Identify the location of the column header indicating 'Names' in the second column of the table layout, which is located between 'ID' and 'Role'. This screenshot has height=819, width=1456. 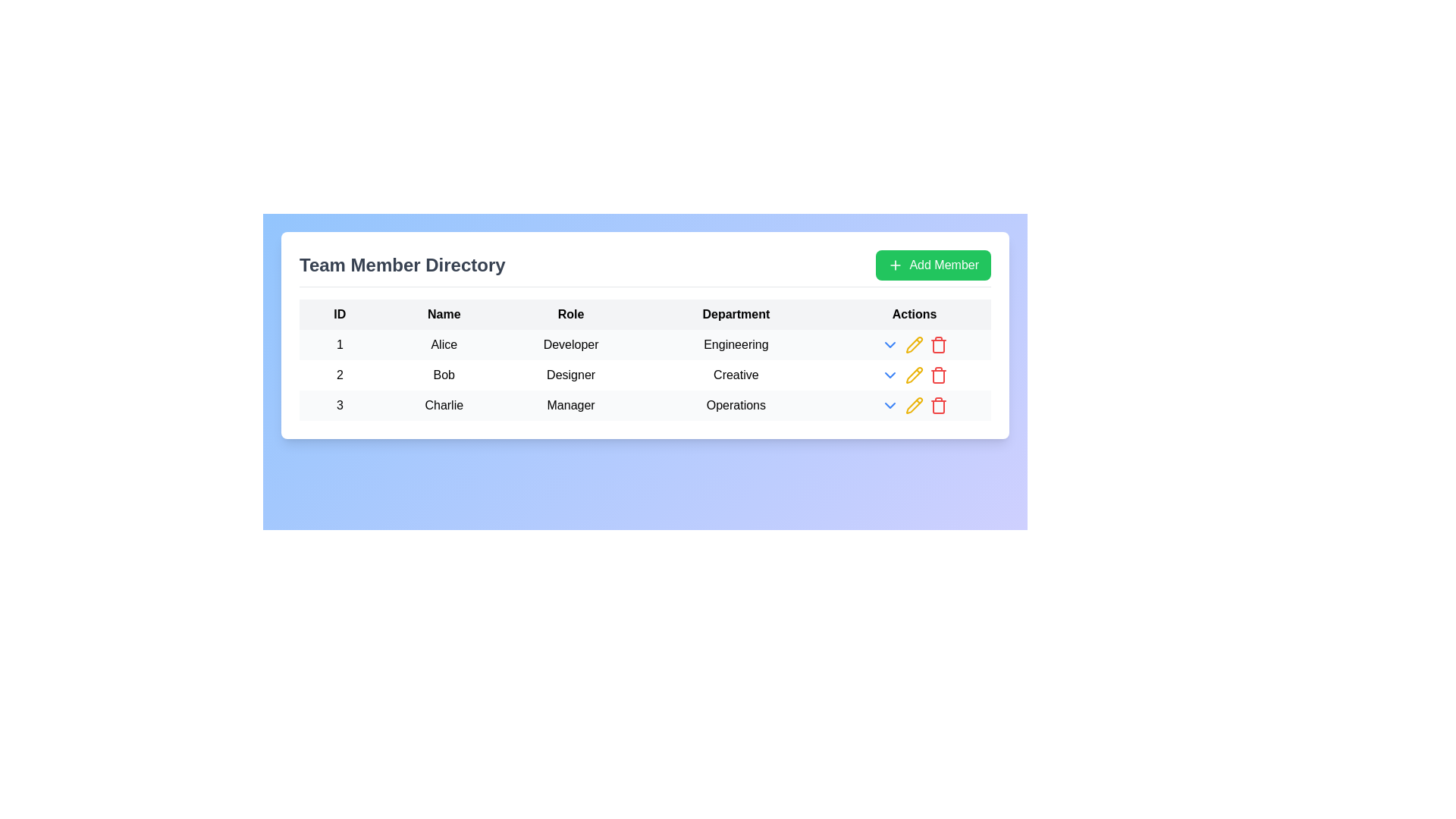
(443, 314).